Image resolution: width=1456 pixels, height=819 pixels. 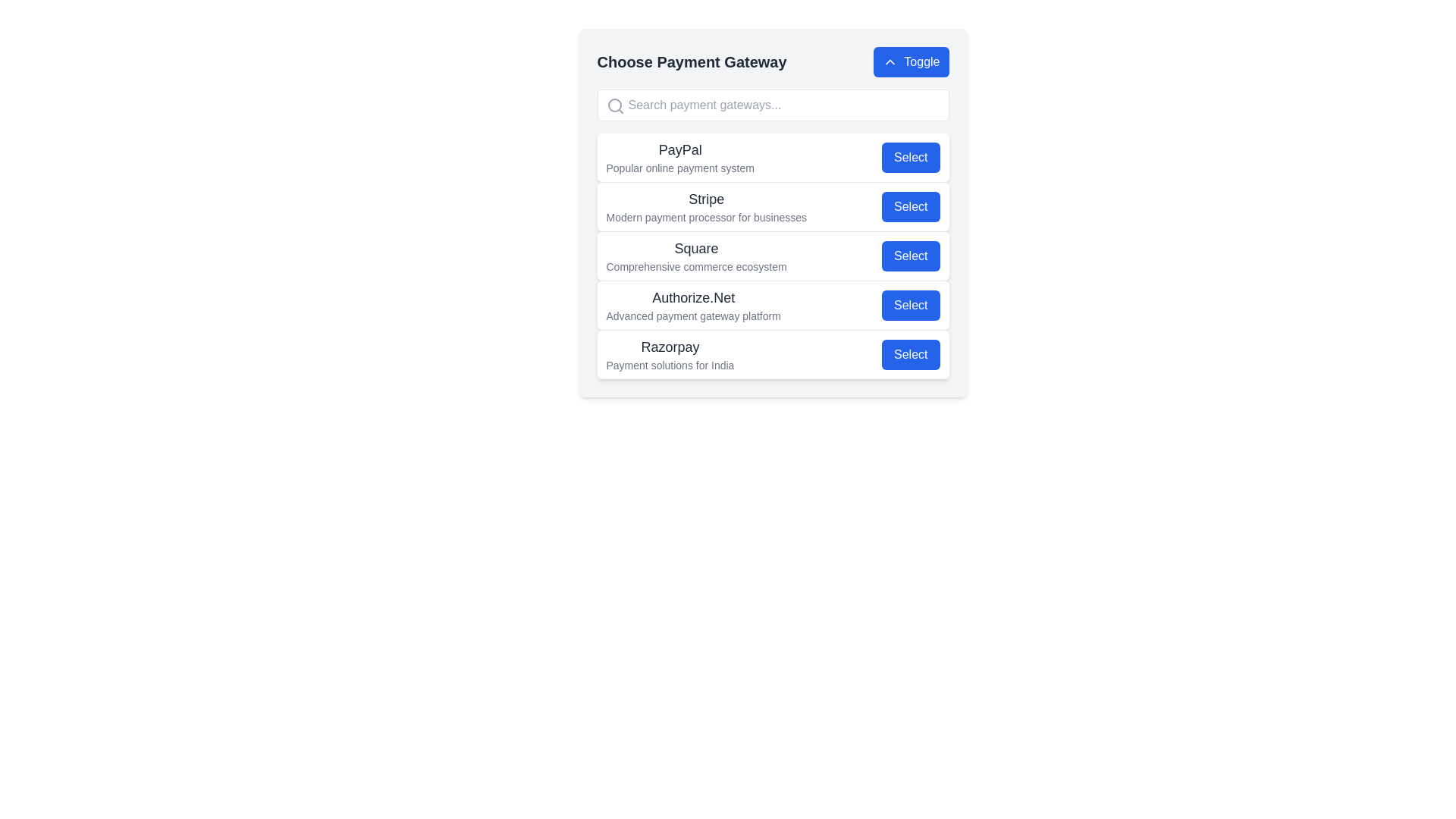 What do you see at coordinates (890, 61) in the screenshot?
I see `the upwards-pointing chevron icon within the blue 'Toggle' button to interact with the payment gateway selection` at bounding box center [890, 61].